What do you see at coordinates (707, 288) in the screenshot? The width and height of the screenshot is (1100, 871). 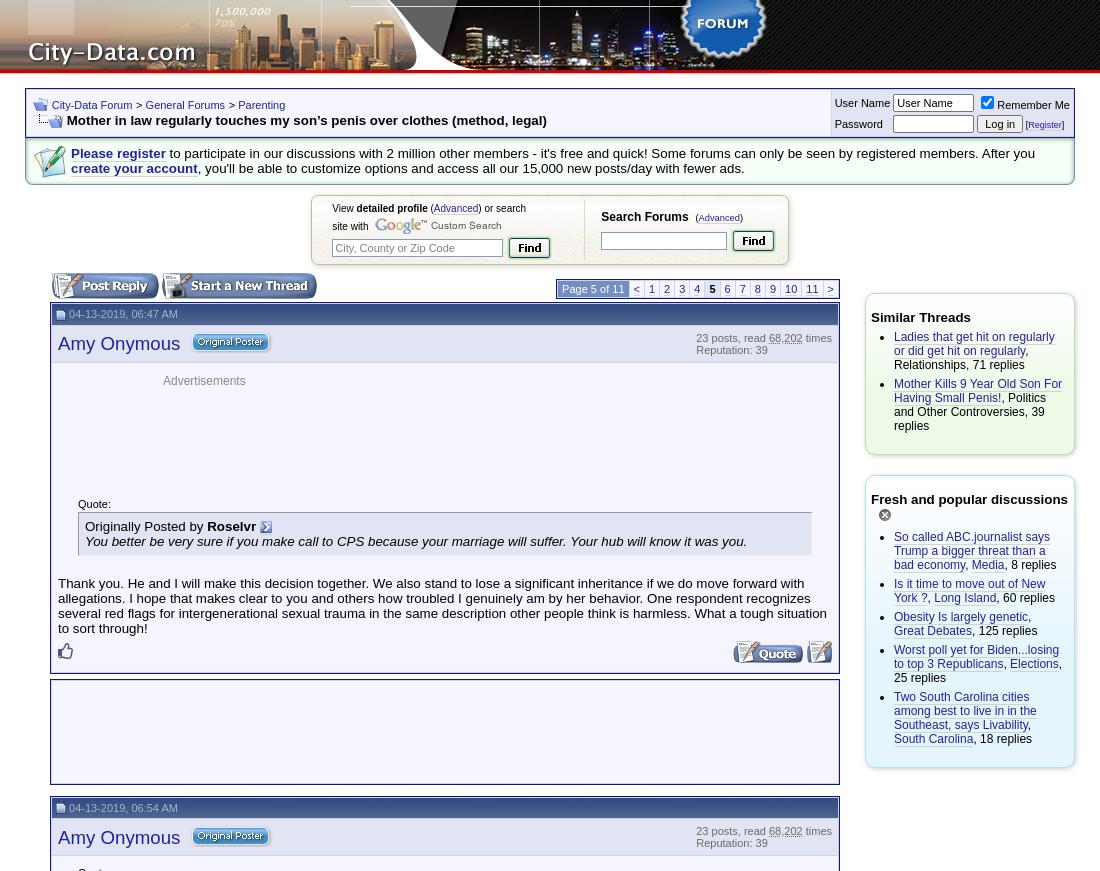 I see `'5'` at bounding box center [707, 288].